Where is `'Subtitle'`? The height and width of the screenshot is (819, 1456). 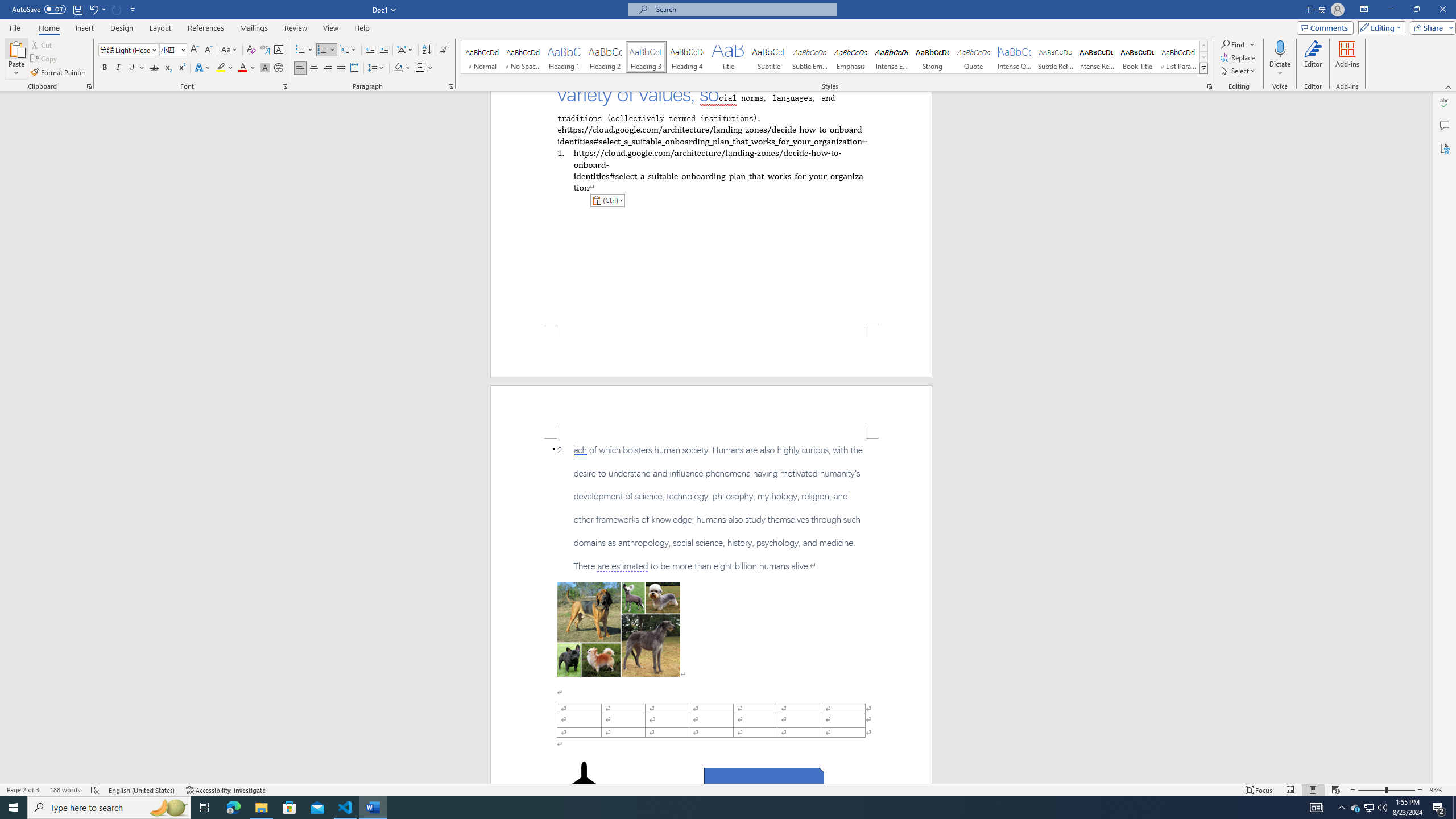 'Subtitle' is located at coordinates (768, 56).